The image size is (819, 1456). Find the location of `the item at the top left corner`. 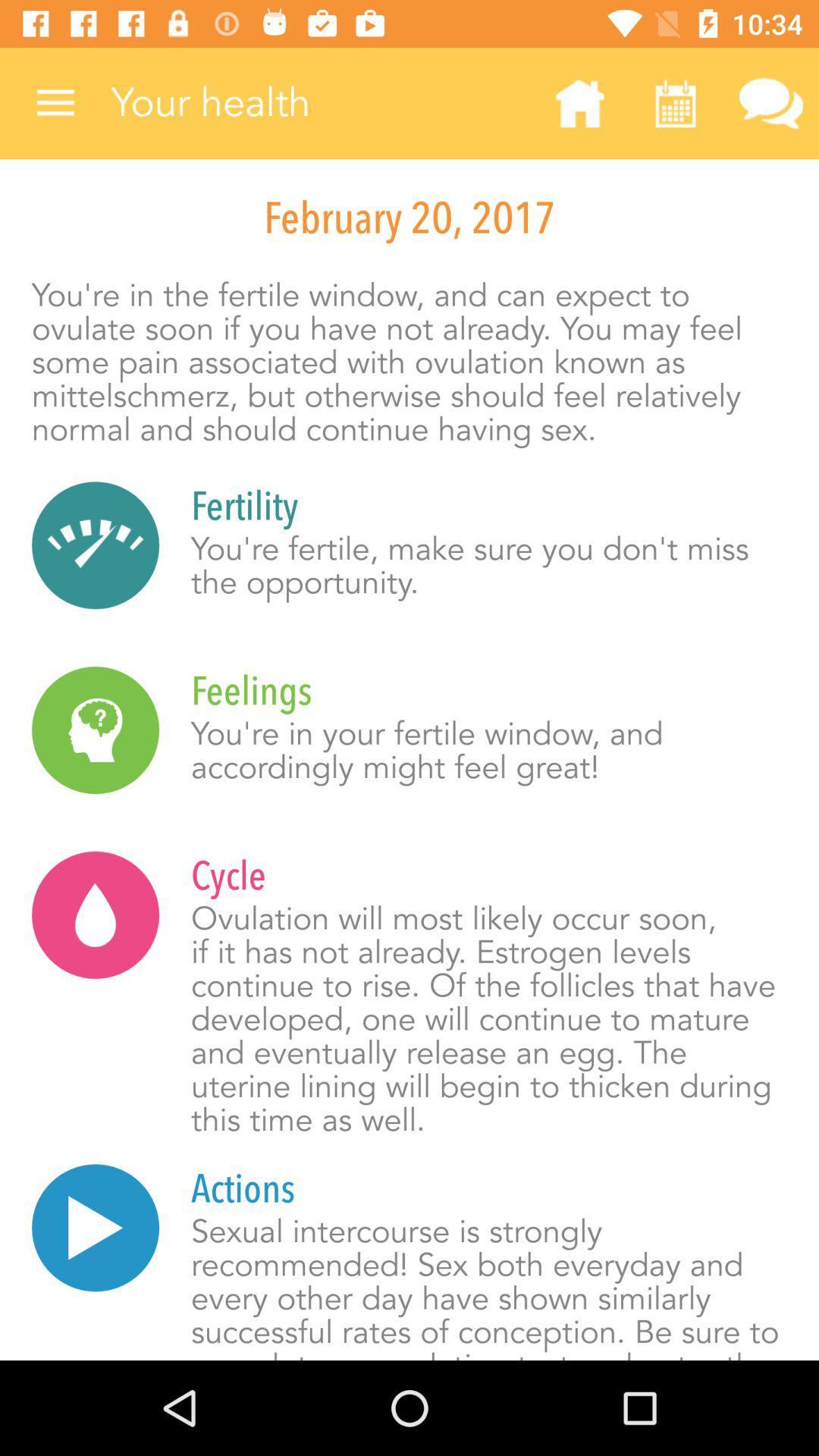

the item at the top left corner is located at coordinates (55, 102).